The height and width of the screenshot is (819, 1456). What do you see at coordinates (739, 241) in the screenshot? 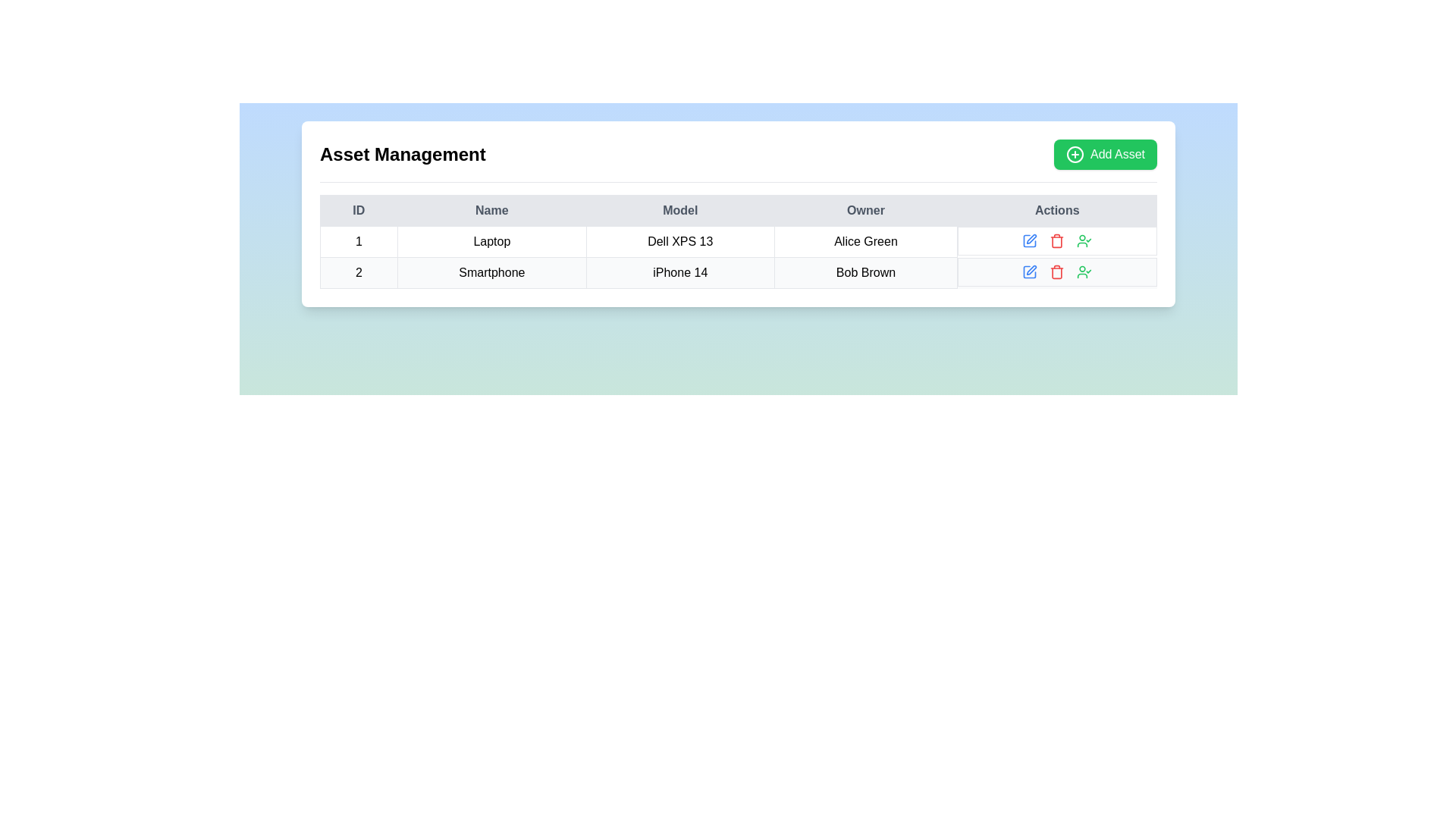
I see `the first row of the Asset Management table to access individual cells for details` at bounding box center [739, 241].